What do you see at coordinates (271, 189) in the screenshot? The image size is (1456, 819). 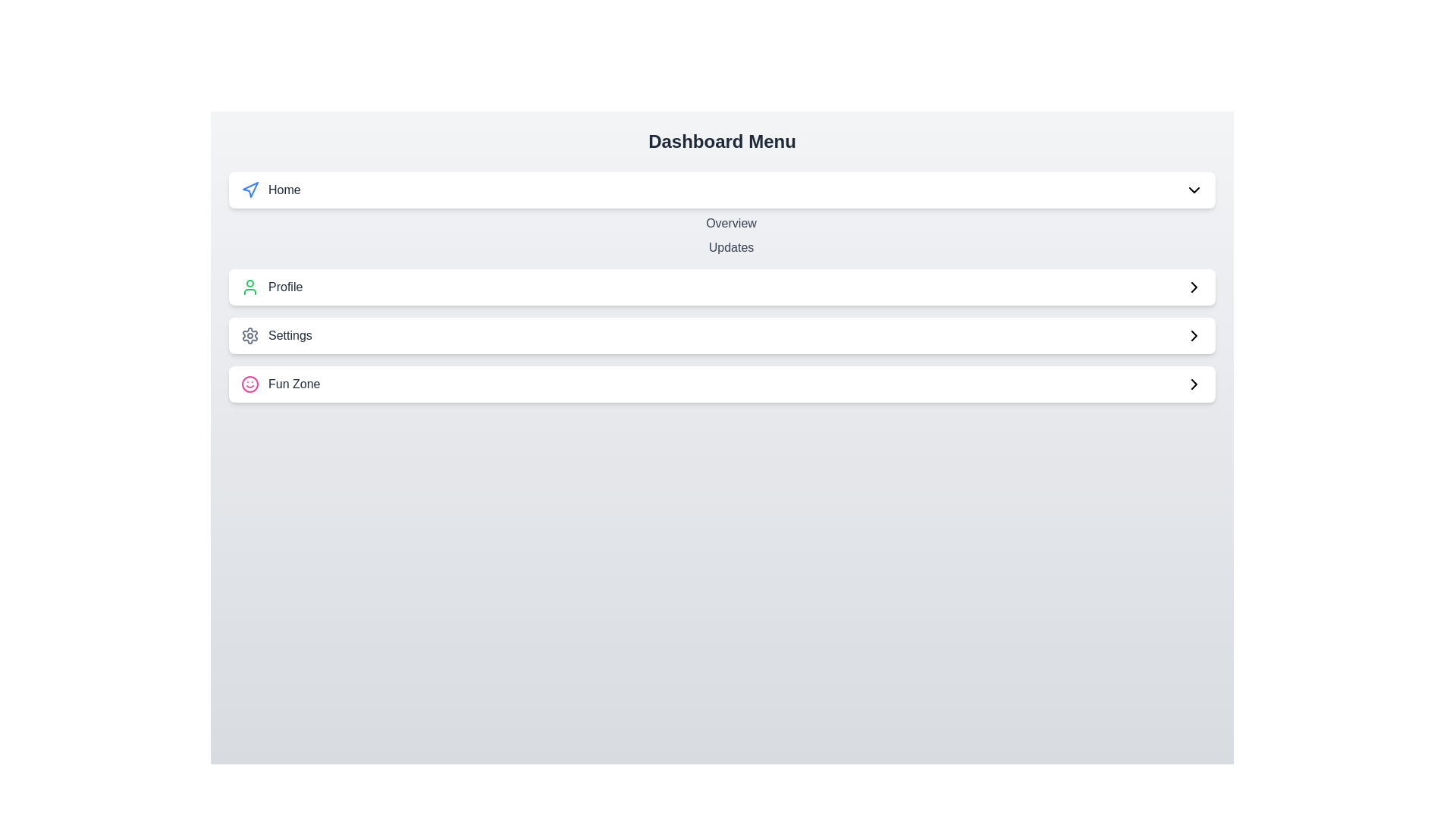 I see `the 'Home' navigation element, which consists of a left navigation arrow icon and the text 'Home'` at bounding box center [271, 189].